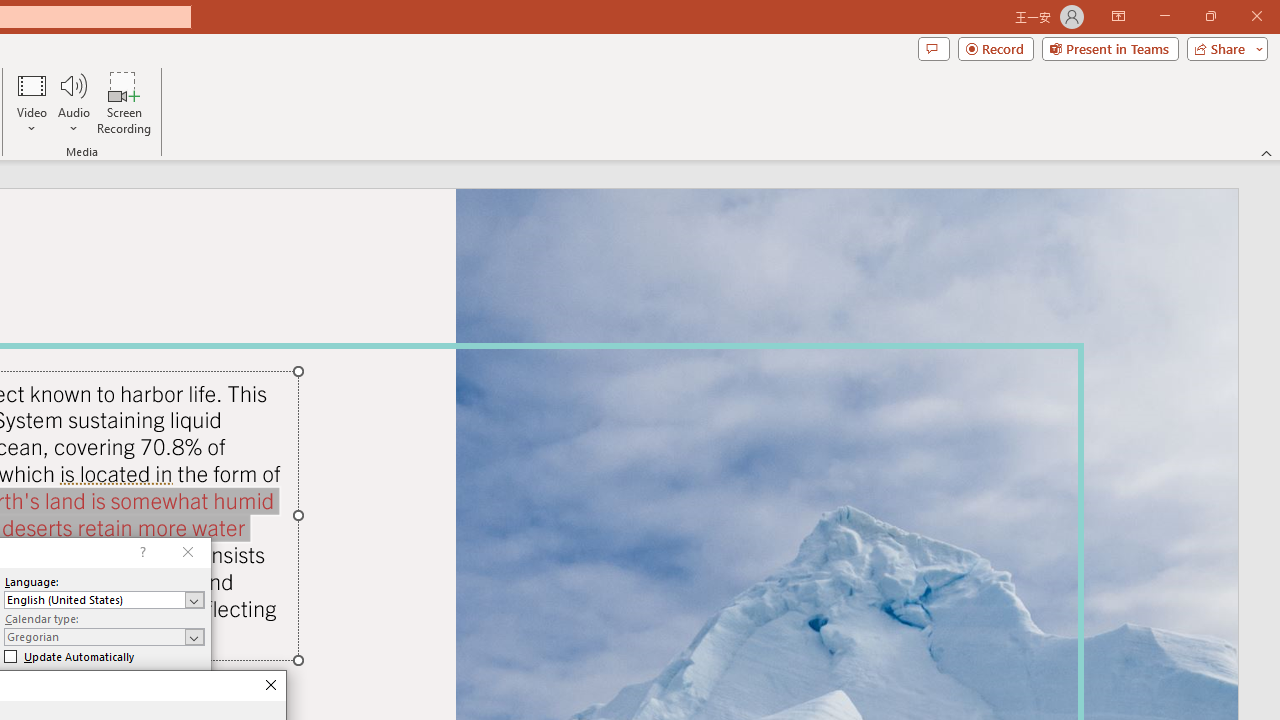  Describe the element at coordinates (1109, 47) in the screenshot. I see `'Present in Teams'` at that location.